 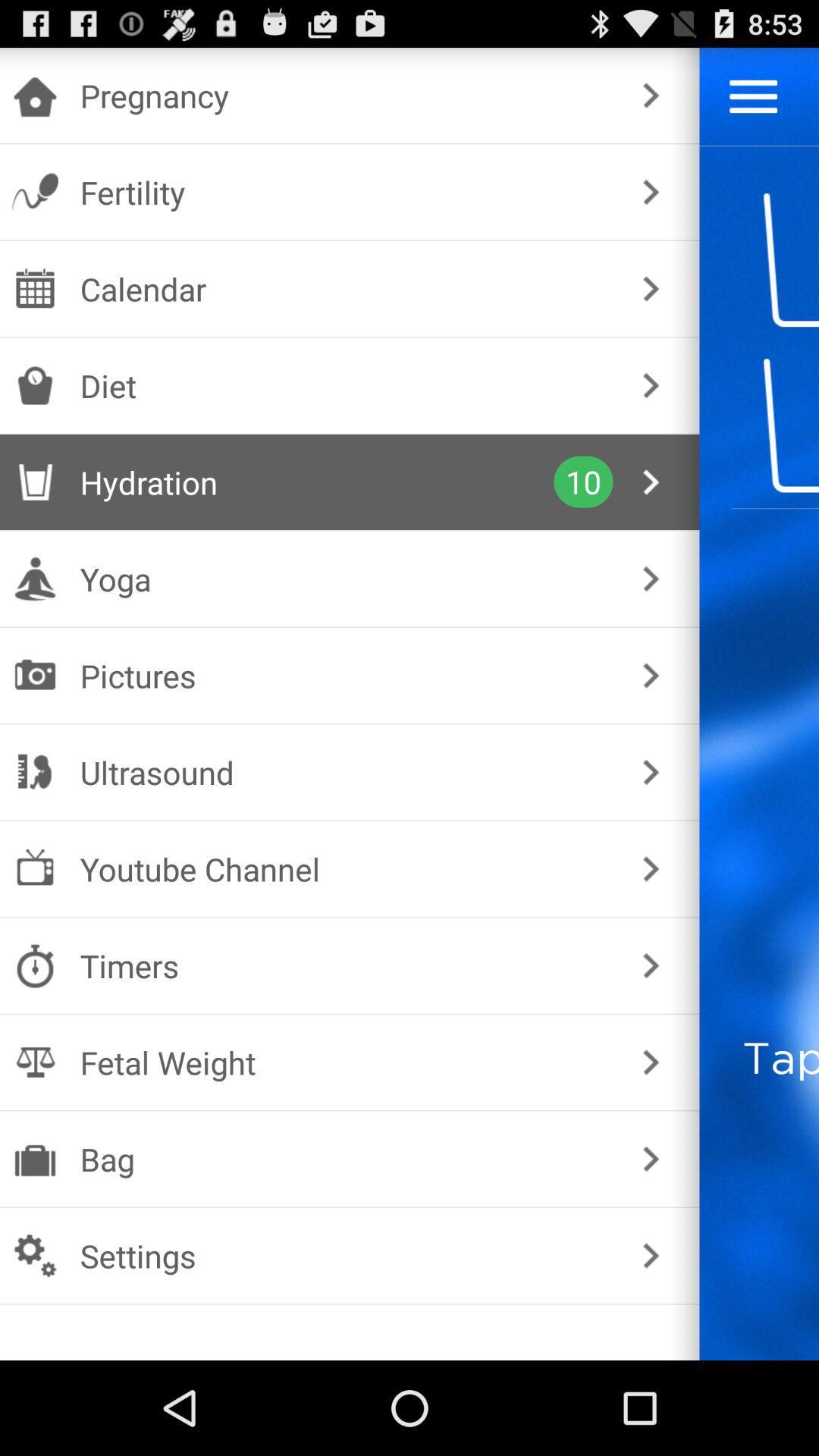 What do you see at coordinates (347, 1256) in the screenshot?
I see `the item below bag icon` at bounding box center [347, 1256].